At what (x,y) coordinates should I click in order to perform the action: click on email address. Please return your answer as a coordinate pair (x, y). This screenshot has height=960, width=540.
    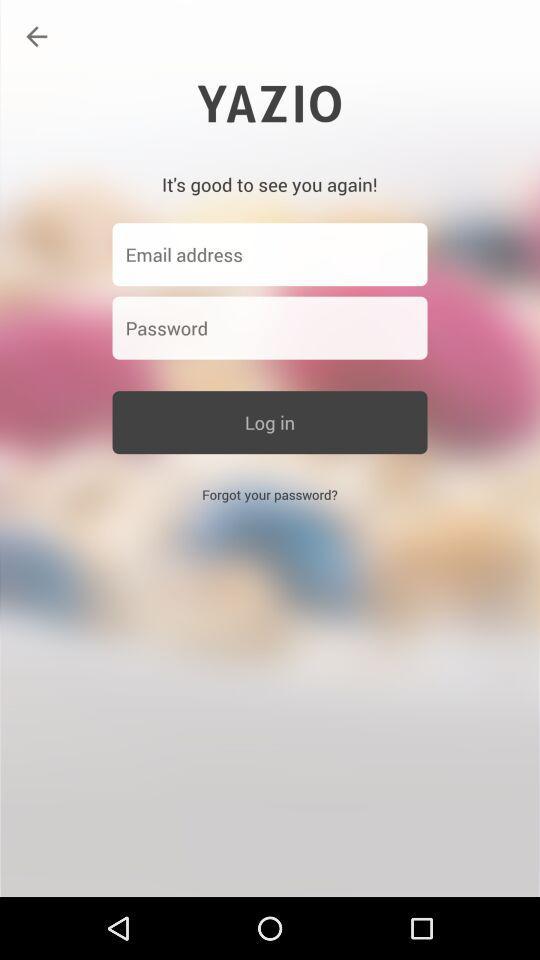
    Looking at the image, I should click on (270, 253).